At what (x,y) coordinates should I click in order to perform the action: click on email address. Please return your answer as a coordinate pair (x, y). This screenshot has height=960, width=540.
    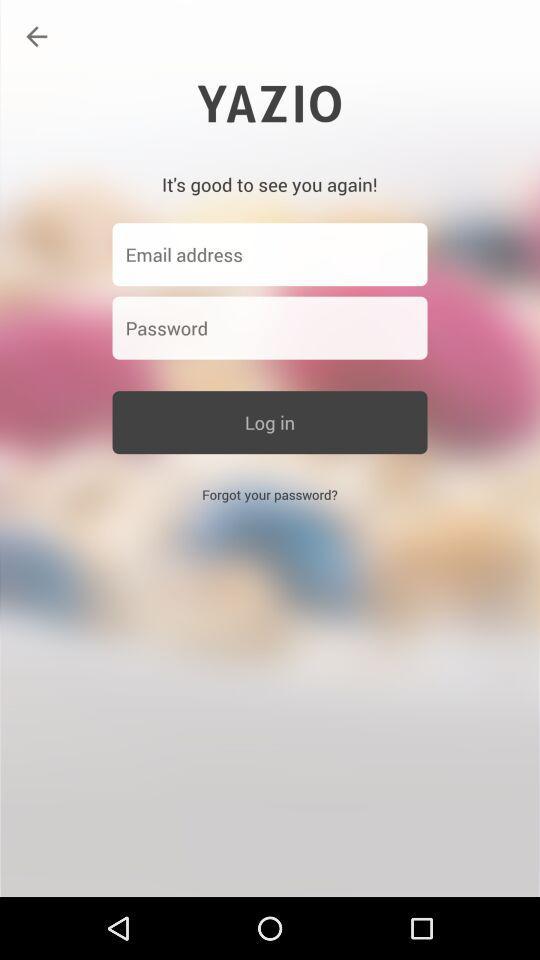
    Looking at the image, I should click on (270, 253).